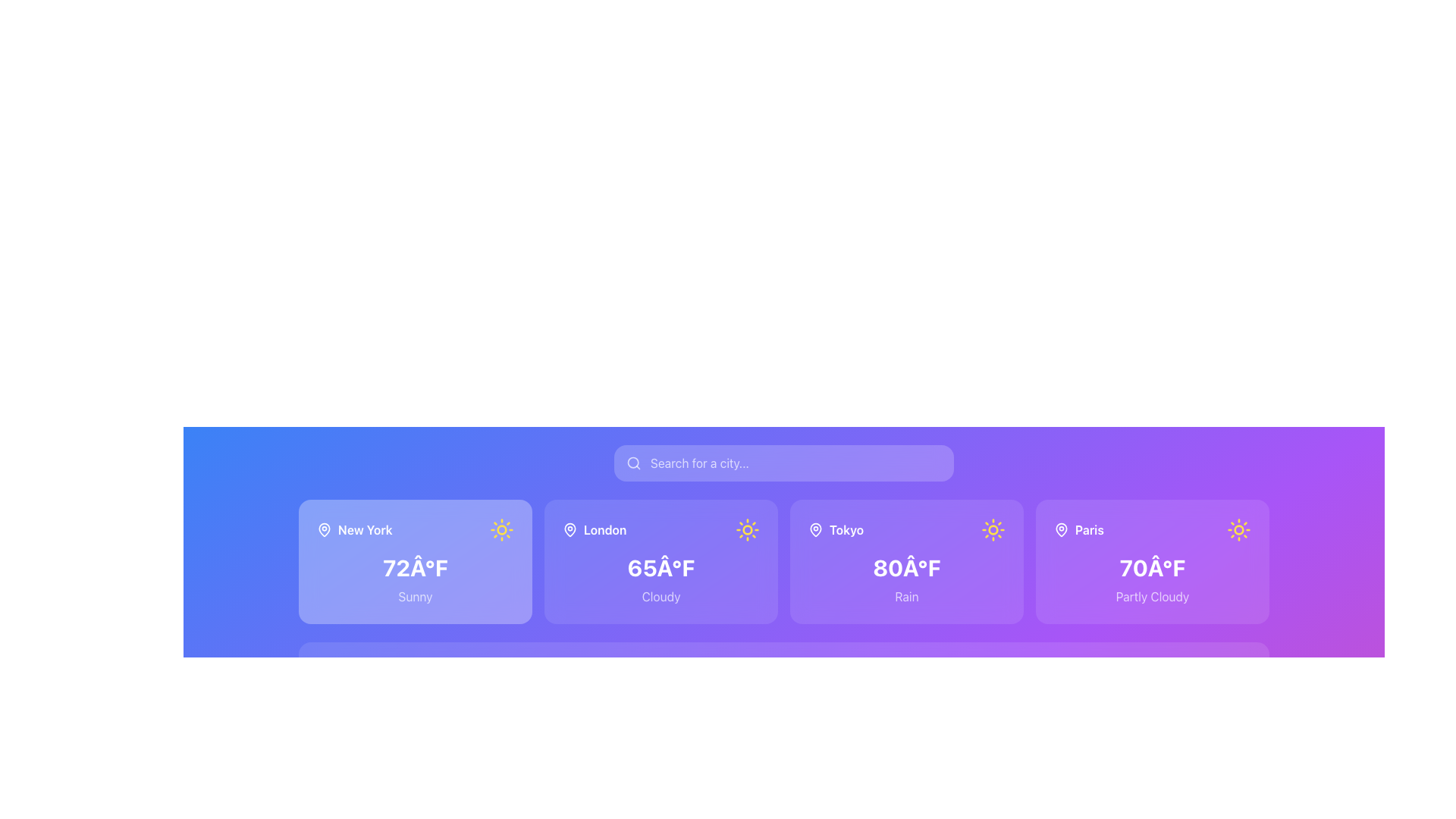  What do you see at coordinates (633, 462) in the screenshot?
I see `the magnifying glass icon, which is white with a slightly transparent overlay, located on the left side of the text input box above the weather cards` at bounding box center [633, 462].